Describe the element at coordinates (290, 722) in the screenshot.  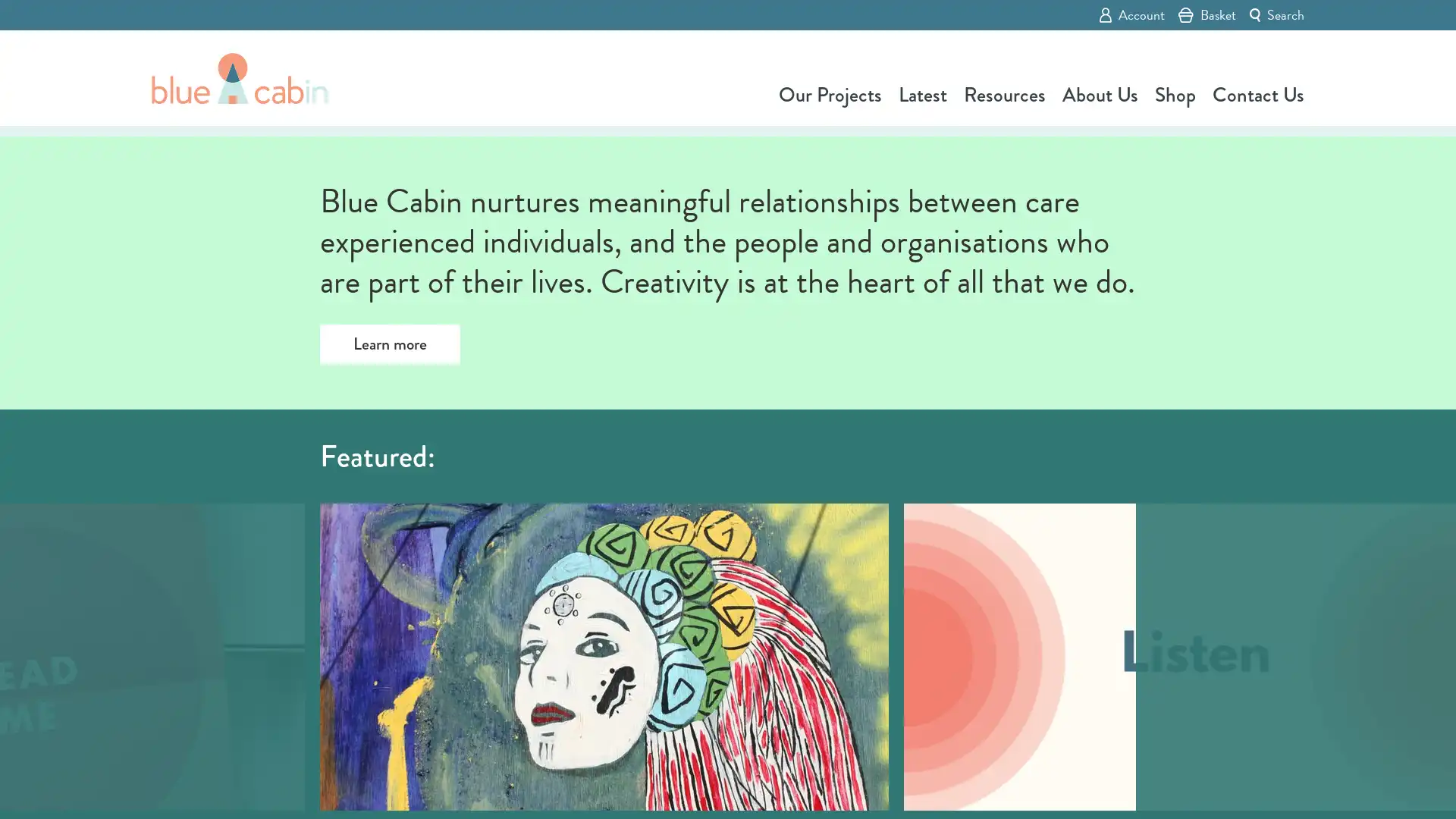
I see `Previous` at that location.